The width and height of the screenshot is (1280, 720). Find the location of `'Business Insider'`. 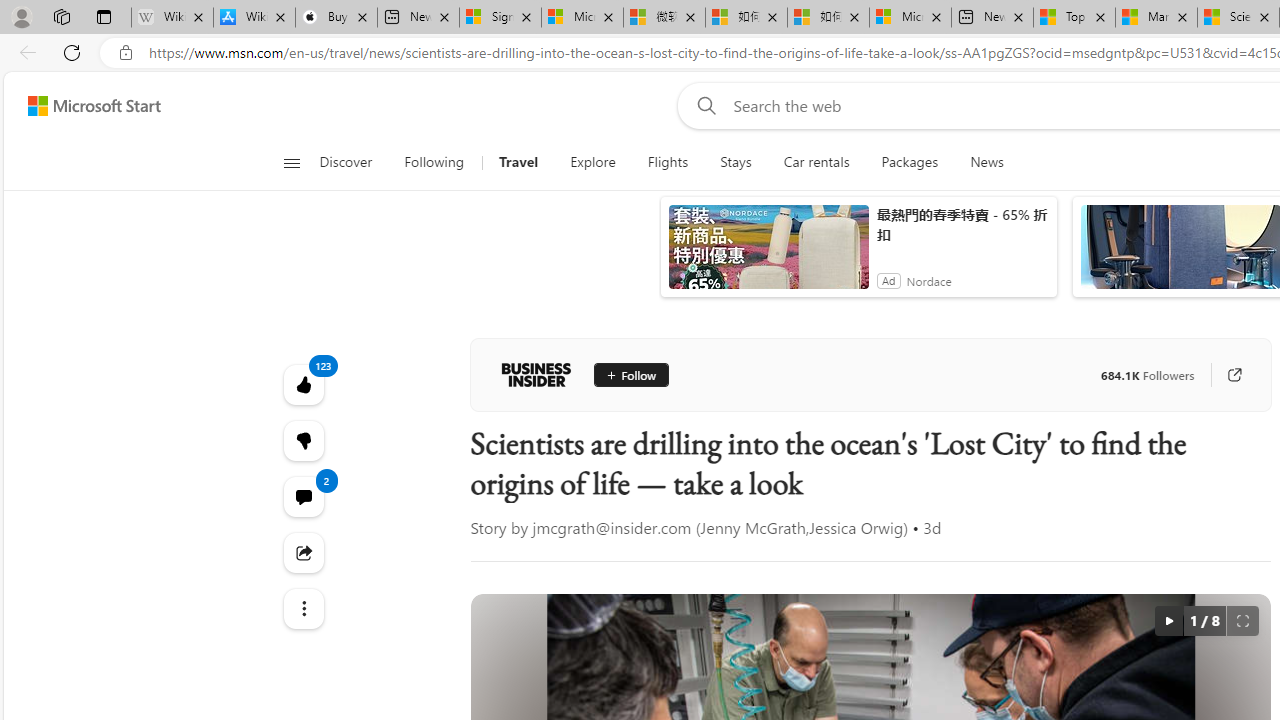

'Business Insider' is located at coordinates (536, 375).